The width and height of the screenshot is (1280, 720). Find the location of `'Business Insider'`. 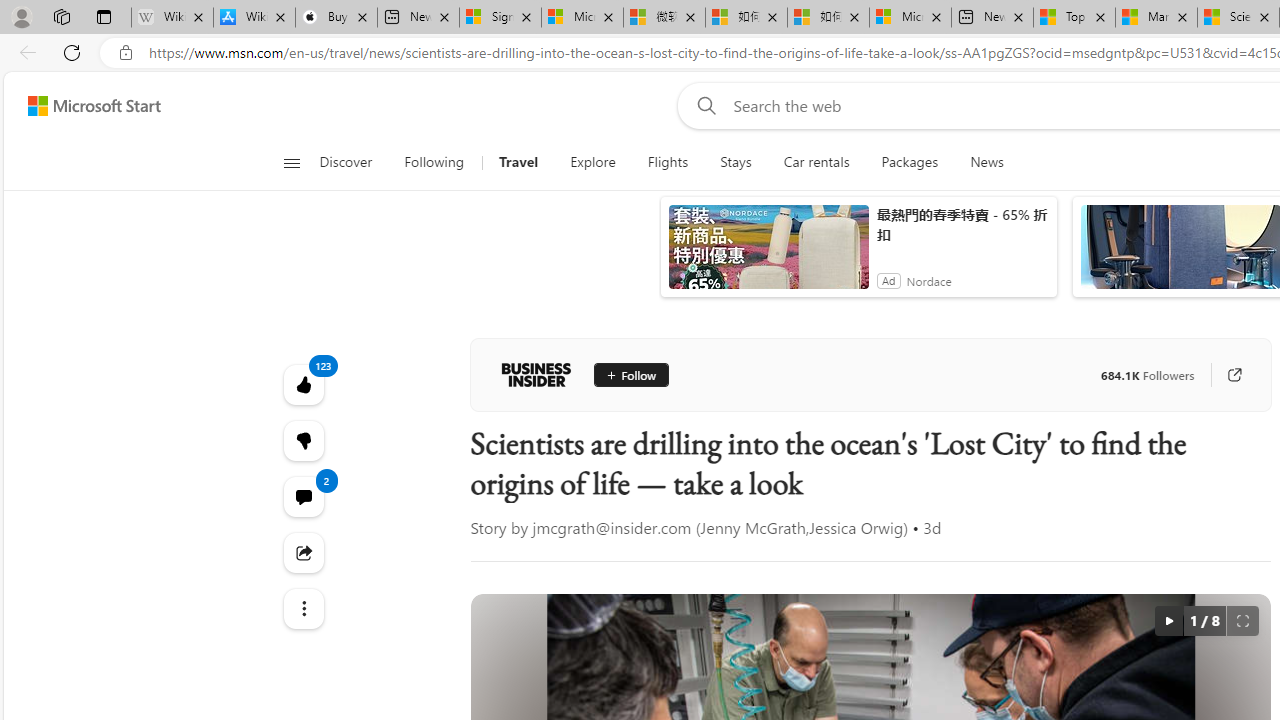

'Business Insider' is located at coordinates (536, 375).